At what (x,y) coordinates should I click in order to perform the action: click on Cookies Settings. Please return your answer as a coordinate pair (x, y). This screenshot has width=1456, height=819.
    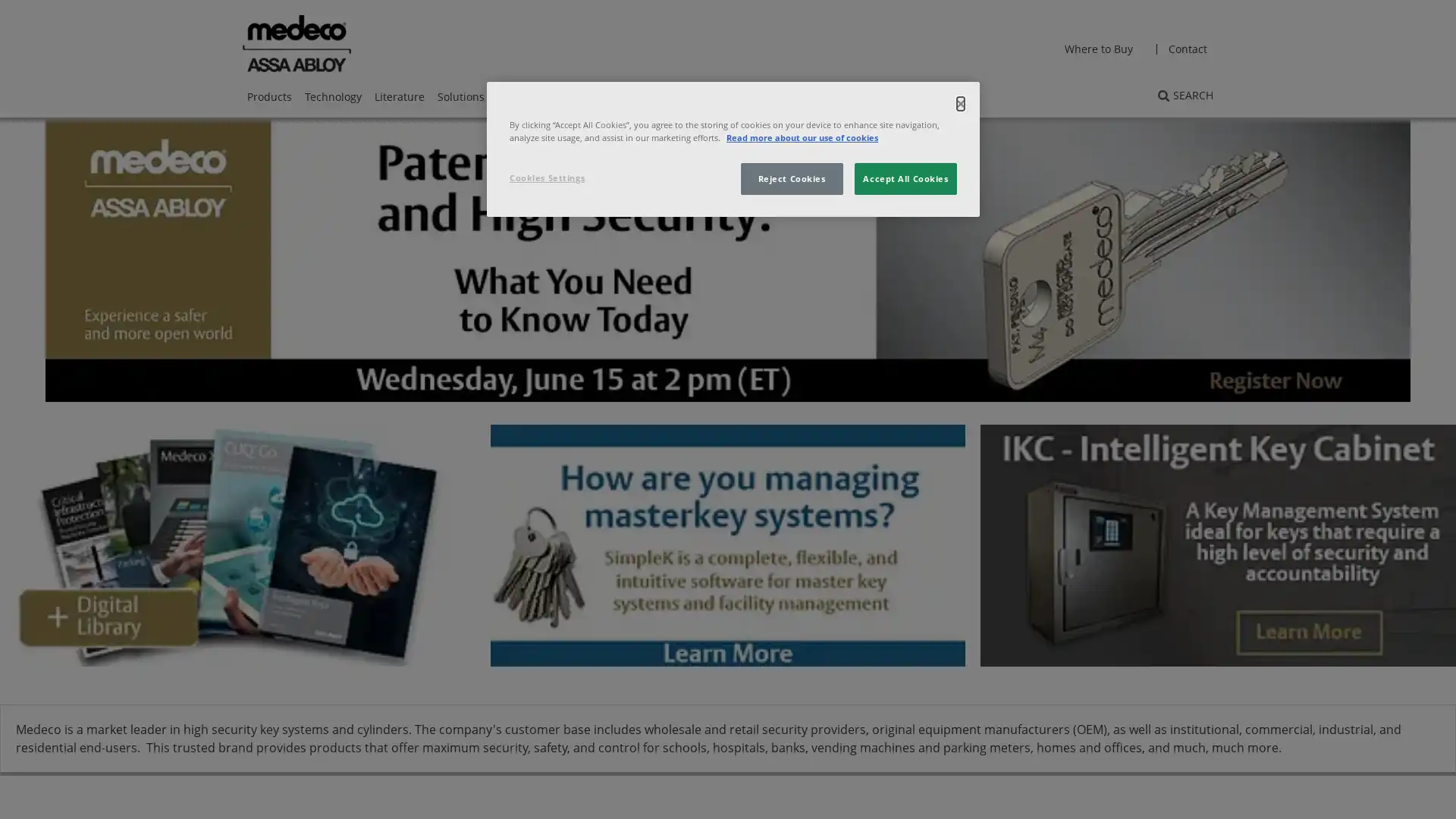
    Looking at the image, I should click on (560, 177).